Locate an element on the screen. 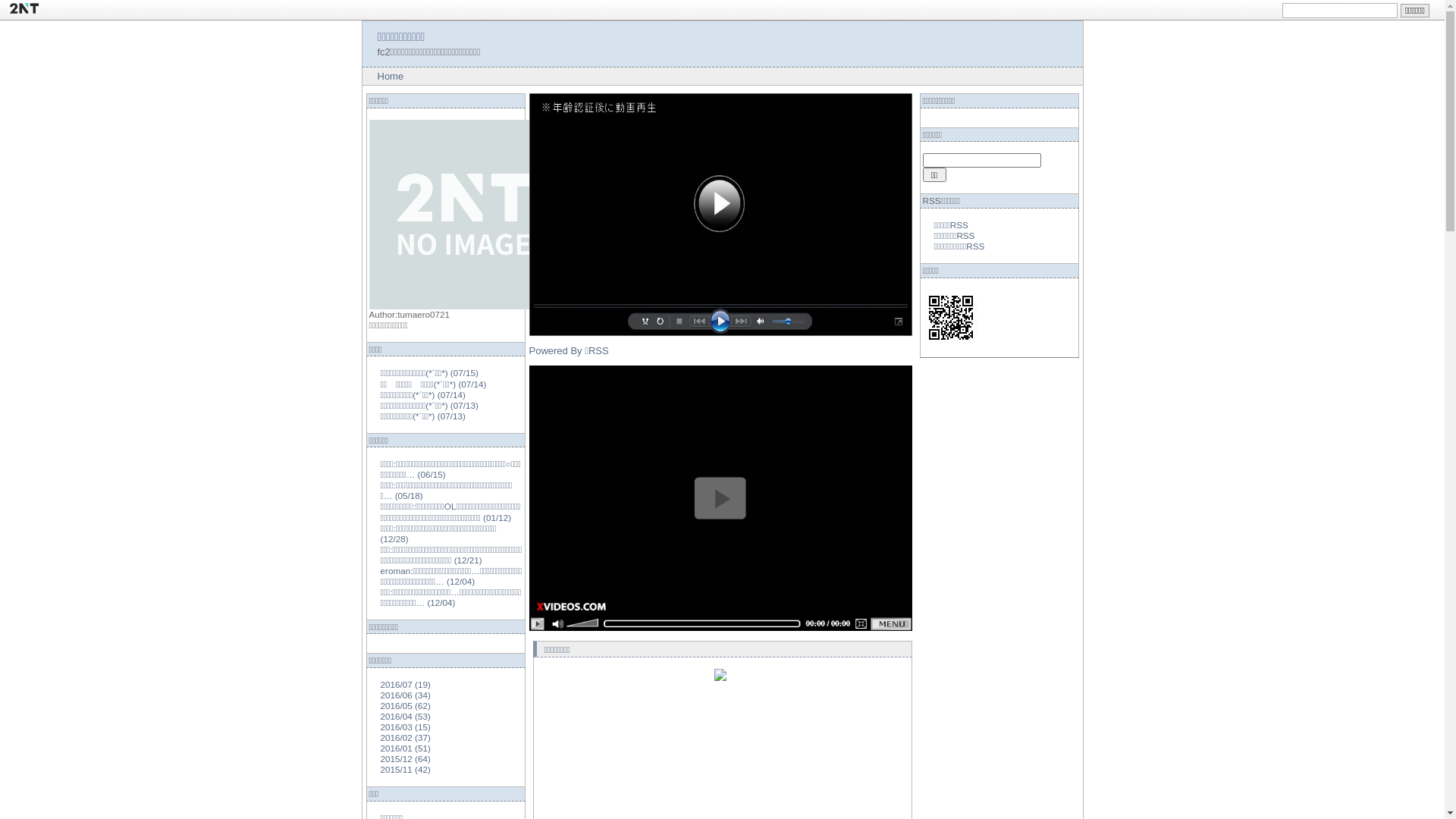 Image resolution: width=1456 pixels, height=819 pixels. '2016/06 (34)' is located at coordinates (381, 695).